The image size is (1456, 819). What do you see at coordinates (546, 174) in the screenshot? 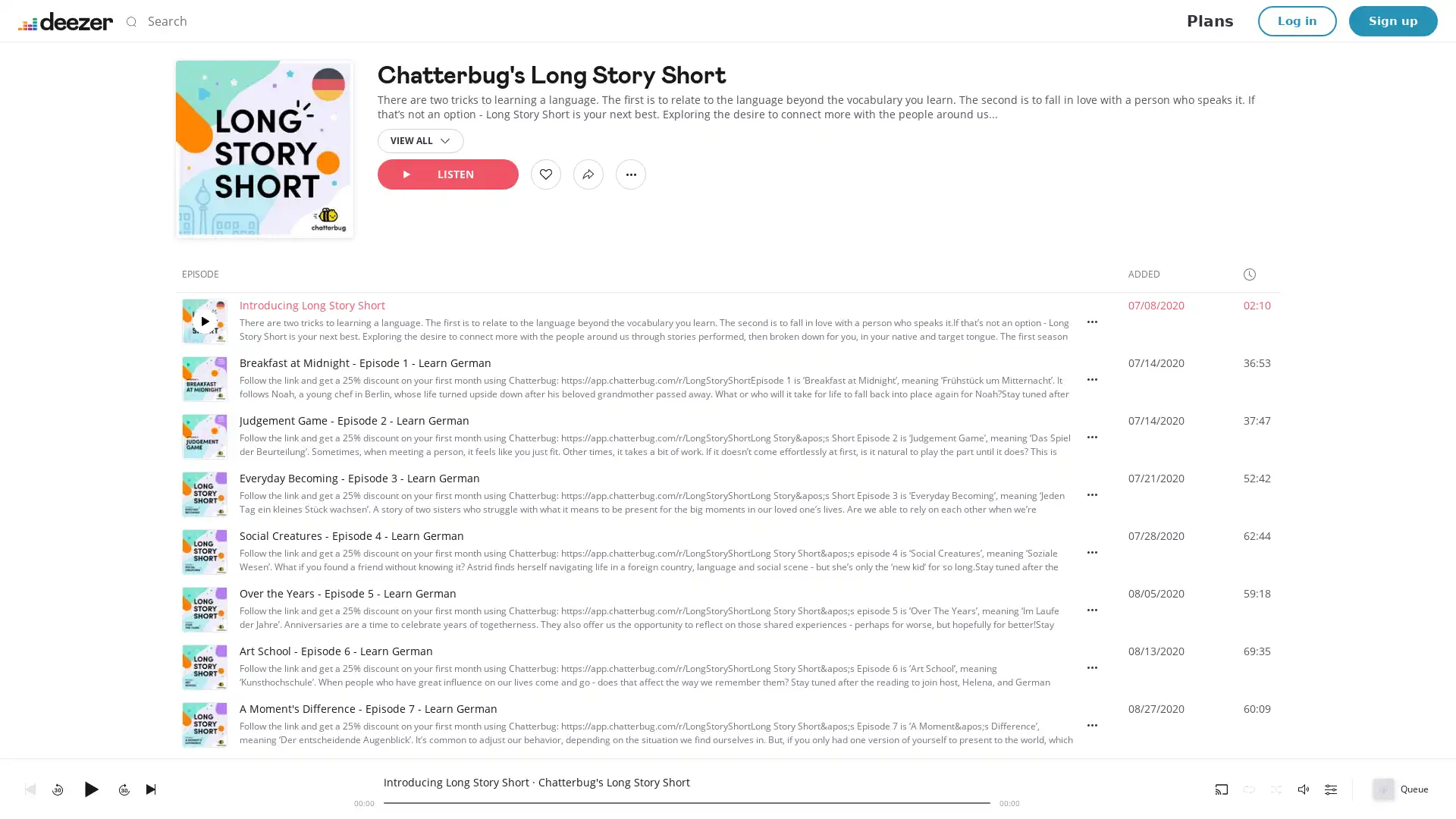
I see `Add` at bounding box center [546, 174].